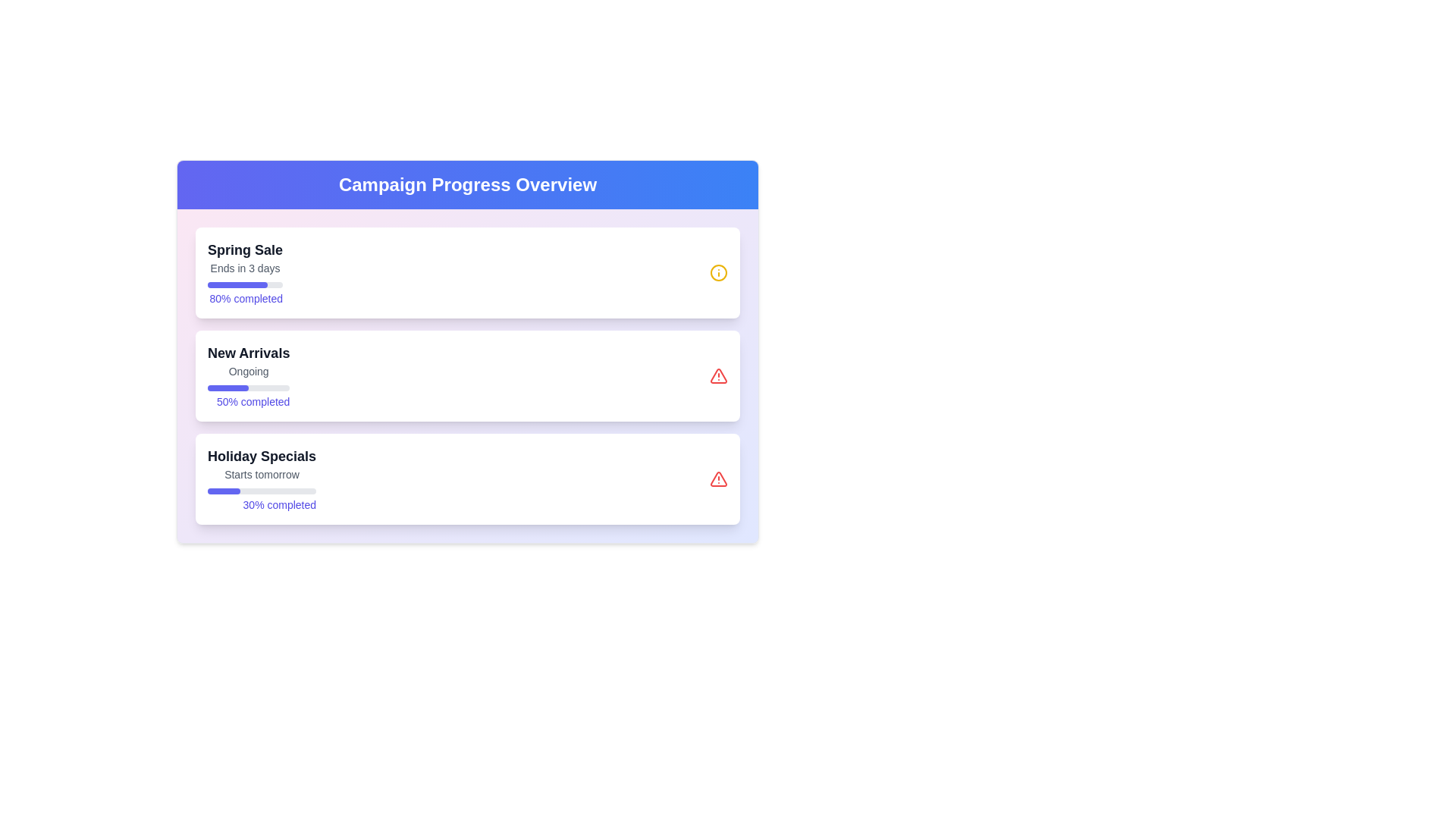  What do you see at coordinates (237, 284) in the screenshot?
I see `the filled part of the Progress Bar indicating 80% completion of the 'Spring Sale' campaign in the Campaign Progress Overview interface` at bounding box center [237, 284].